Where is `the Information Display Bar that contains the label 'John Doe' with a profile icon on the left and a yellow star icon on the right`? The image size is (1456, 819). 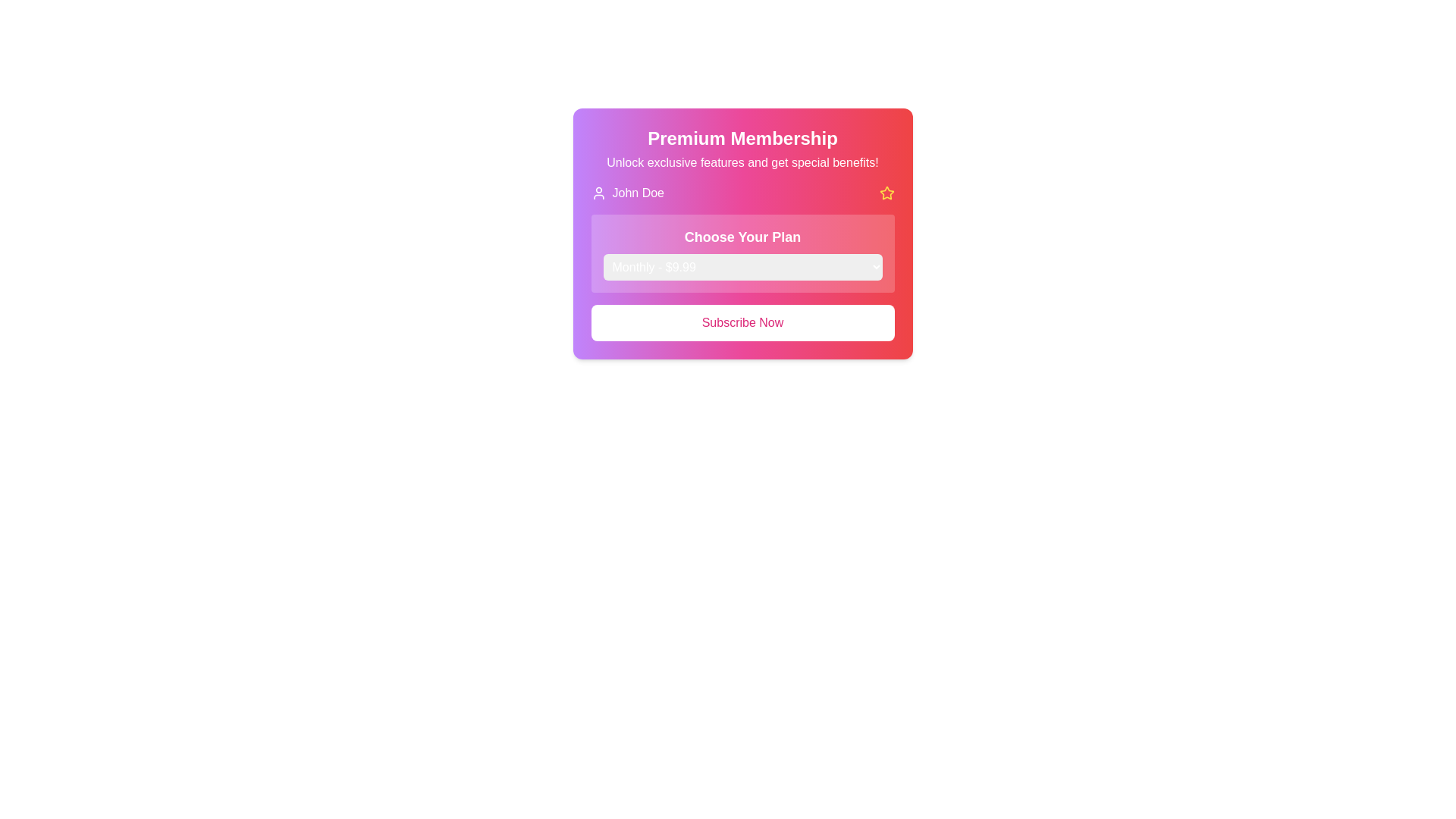 the Information Display Bar that contains the label 'John Doe' with a profile icon on the left and a yellow star icon on the right is located at coordinates (742, 192).